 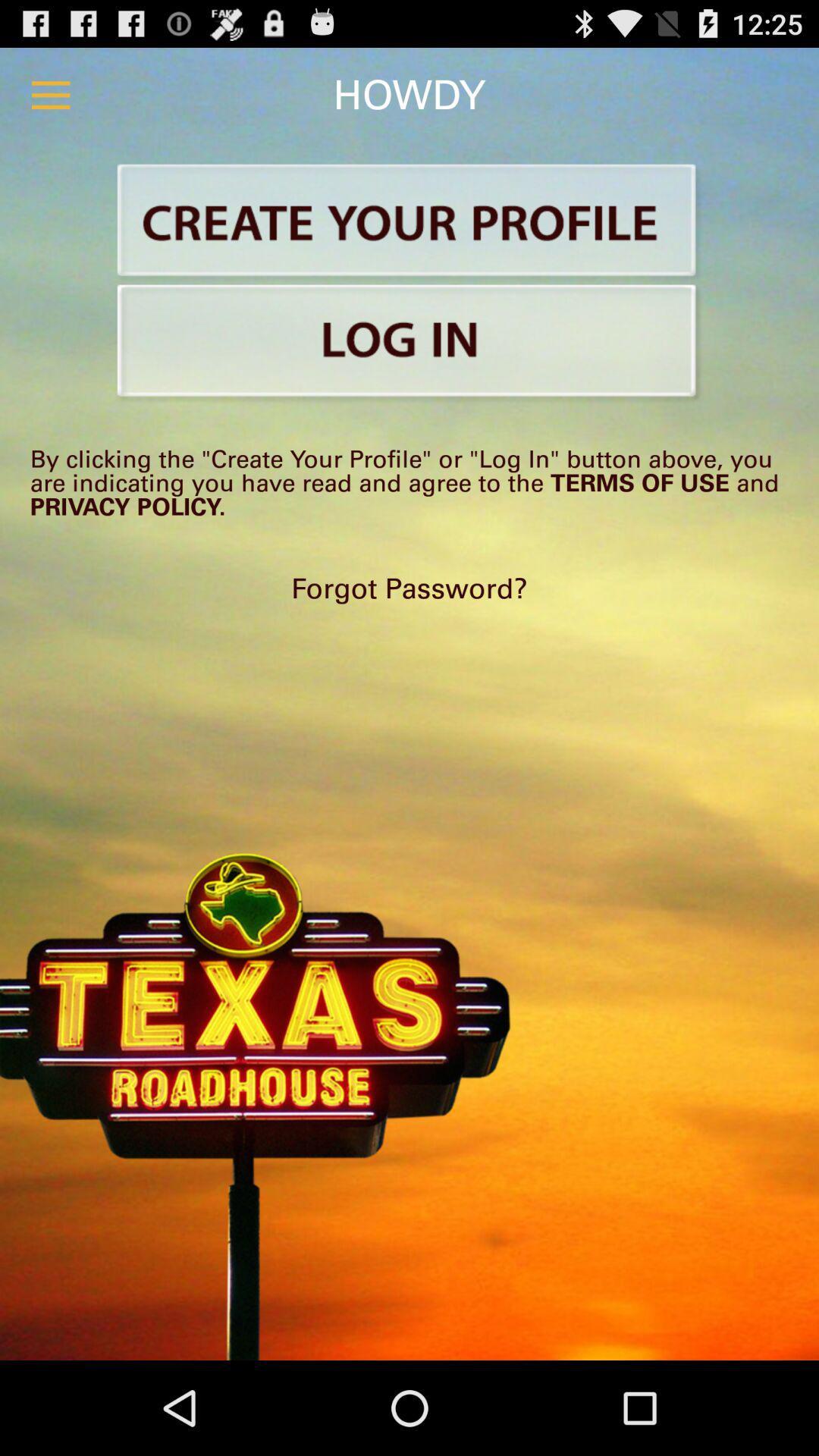 I want to click on make account, so click(x=409, y=222).